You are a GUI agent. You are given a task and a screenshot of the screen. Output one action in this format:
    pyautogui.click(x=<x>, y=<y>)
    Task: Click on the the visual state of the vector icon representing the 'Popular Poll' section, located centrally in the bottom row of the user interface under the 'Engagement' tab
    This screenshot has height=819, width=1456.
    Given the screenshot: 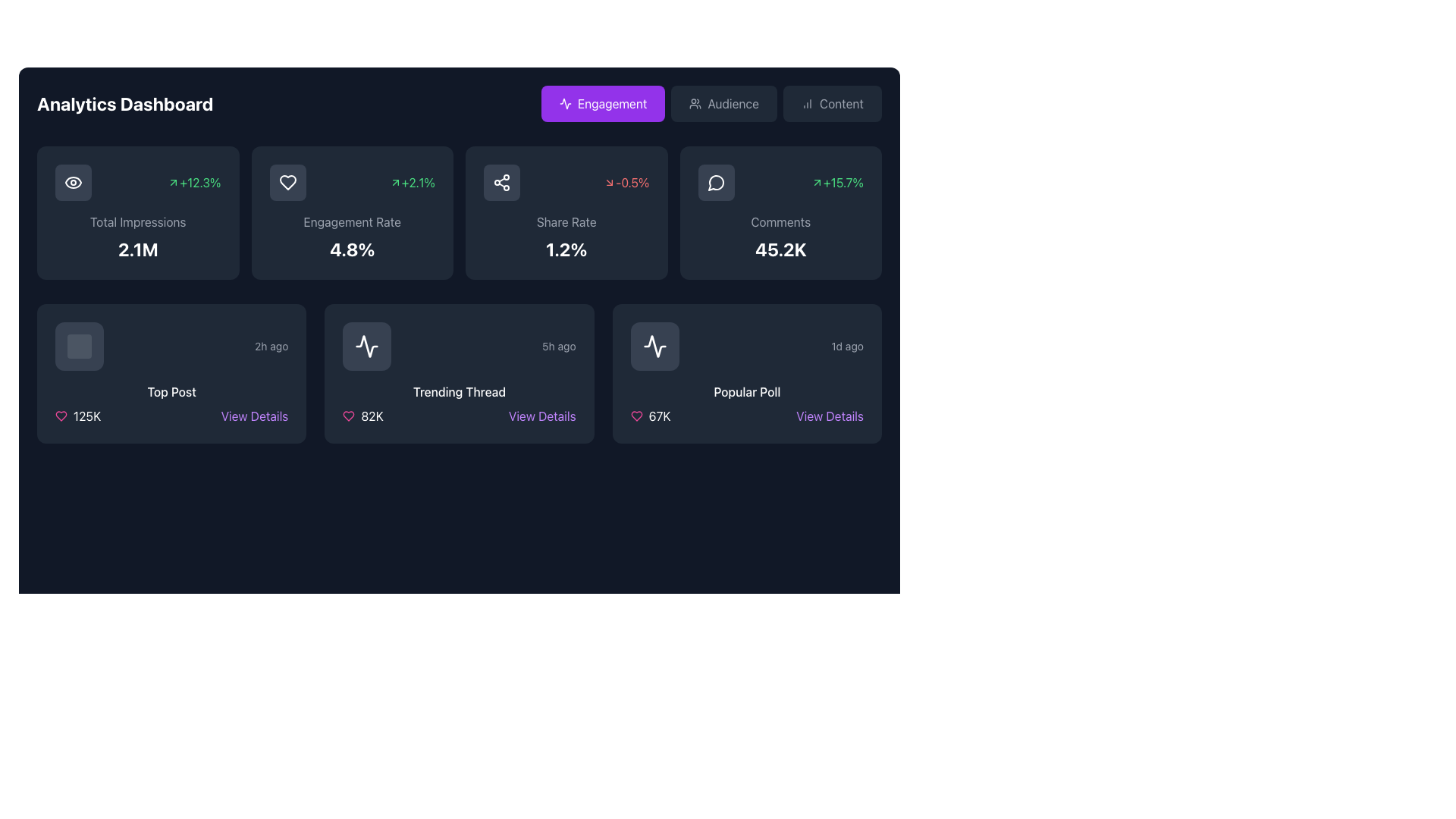 What is the action you would take?
    pyautogui.click(x=654, y=346)
    